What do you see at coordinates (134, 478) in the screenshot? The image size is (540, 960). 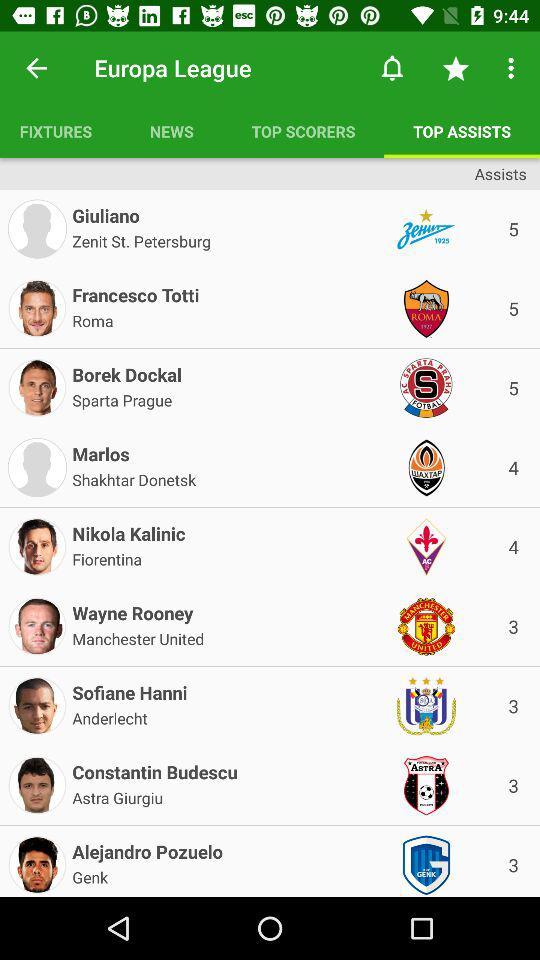 I see `shakhtar donetsk item` at bounding box center [134, 478].